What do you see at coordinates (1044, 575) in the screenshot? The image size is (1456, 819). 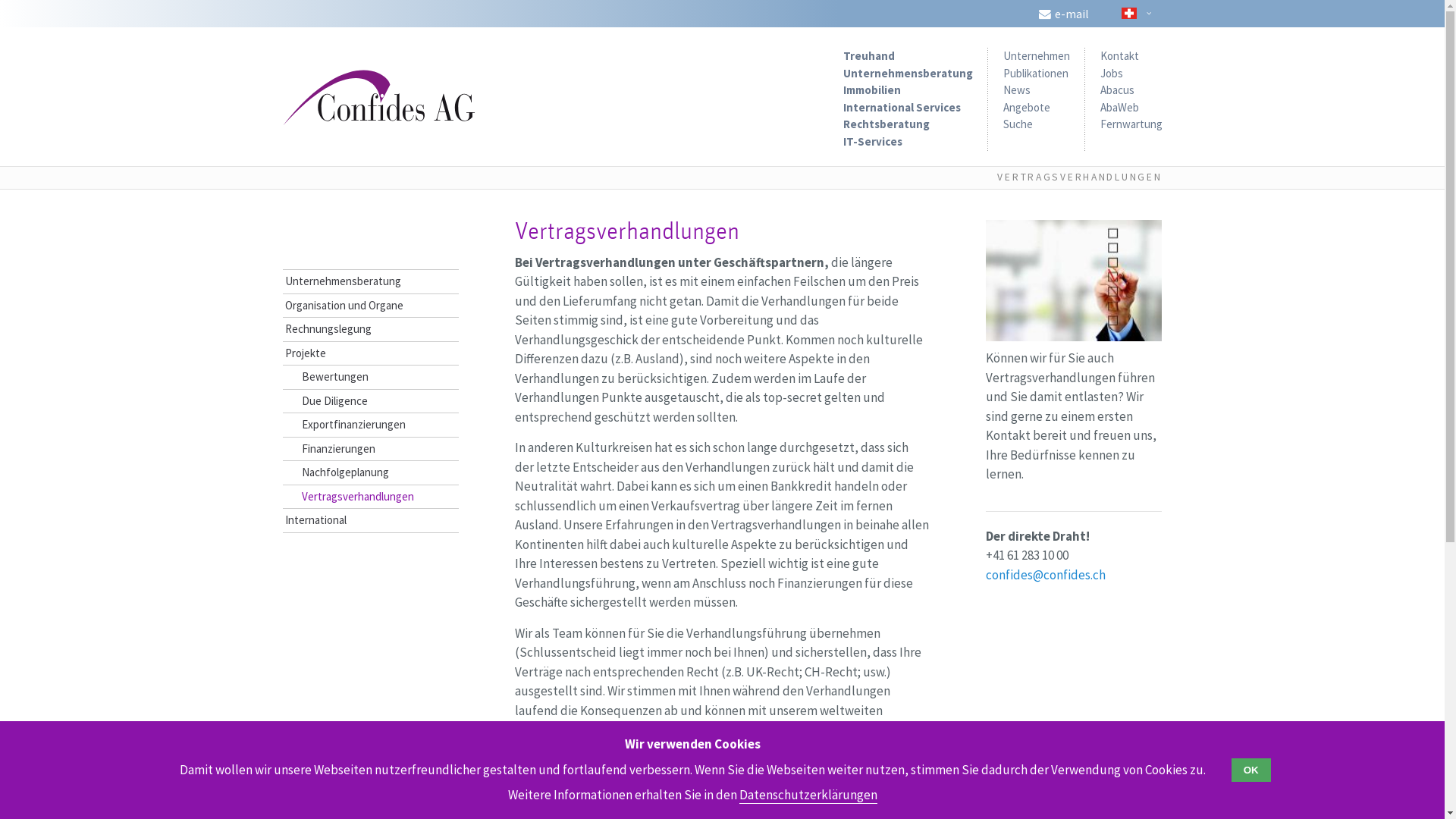 I see `'confides@confides.ch'` at bounding box center [1044, 575].